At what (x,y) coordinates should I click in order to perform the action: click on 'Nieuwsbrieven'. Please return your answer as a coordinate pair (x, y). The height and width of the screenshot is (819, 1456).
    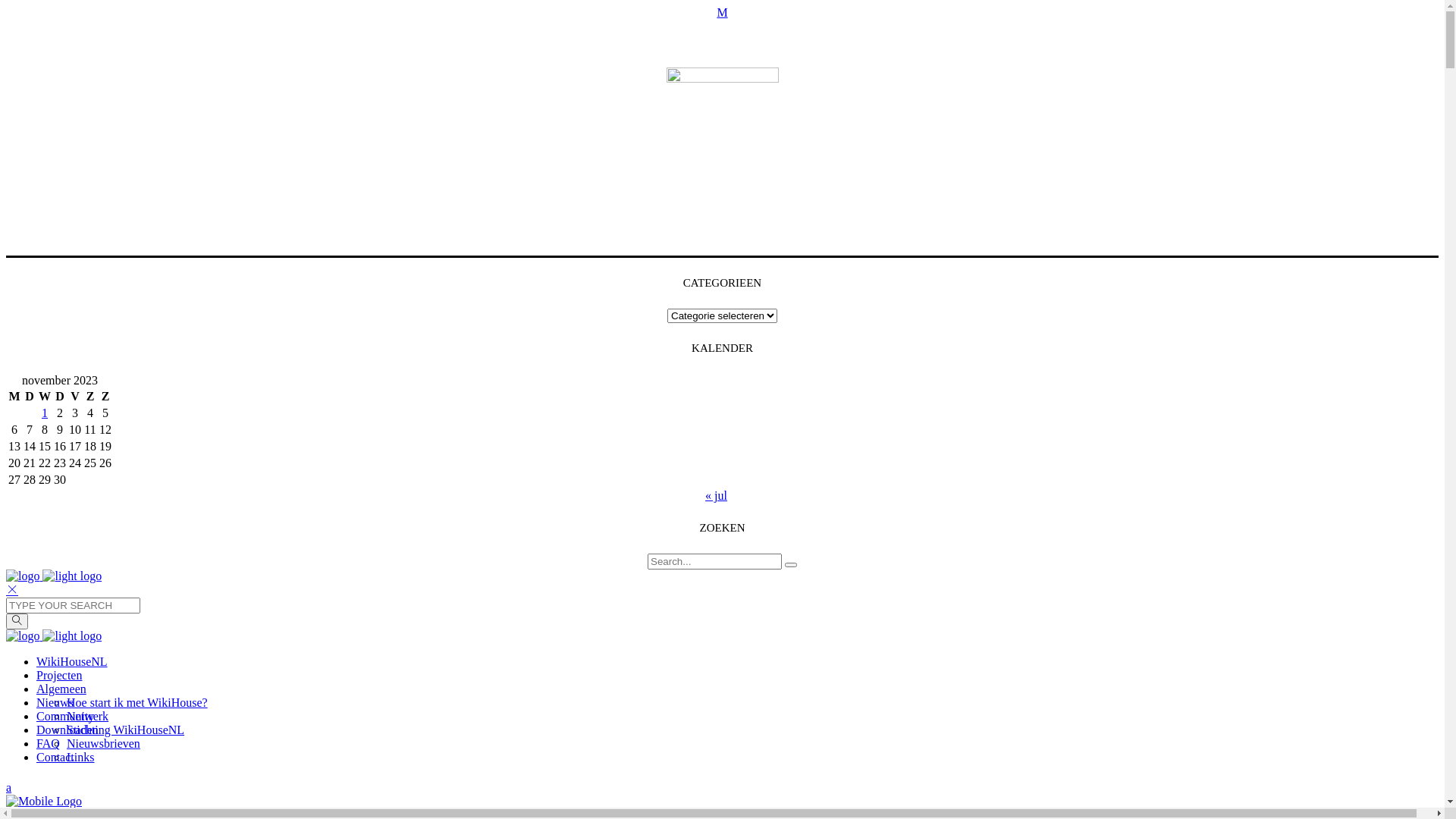
    Looking at the image, I should click on (102, 742).